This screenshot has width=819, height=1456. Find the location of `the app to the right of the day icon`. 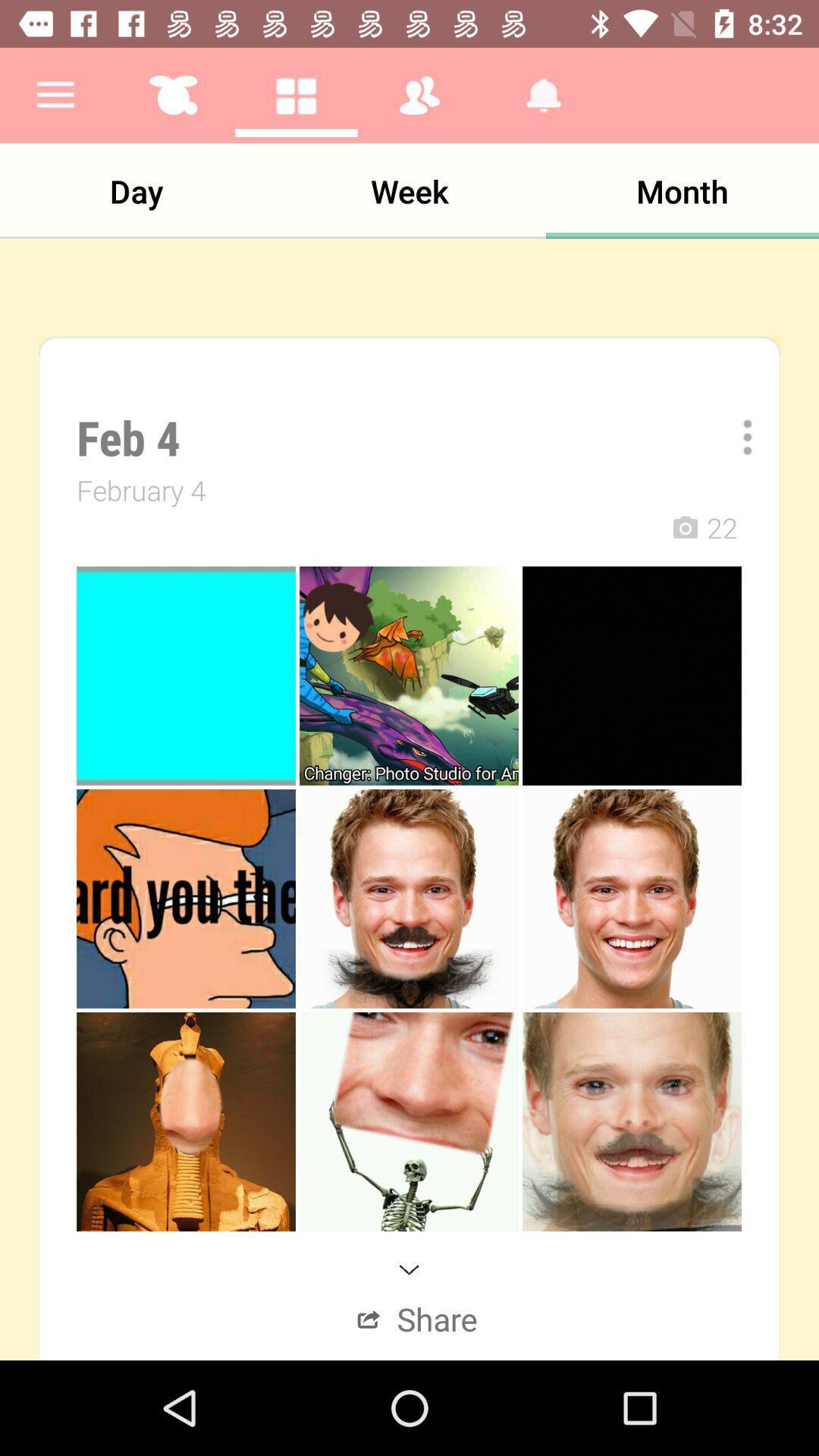

the app to the right of the day icon is located at coordinates (409, 190).